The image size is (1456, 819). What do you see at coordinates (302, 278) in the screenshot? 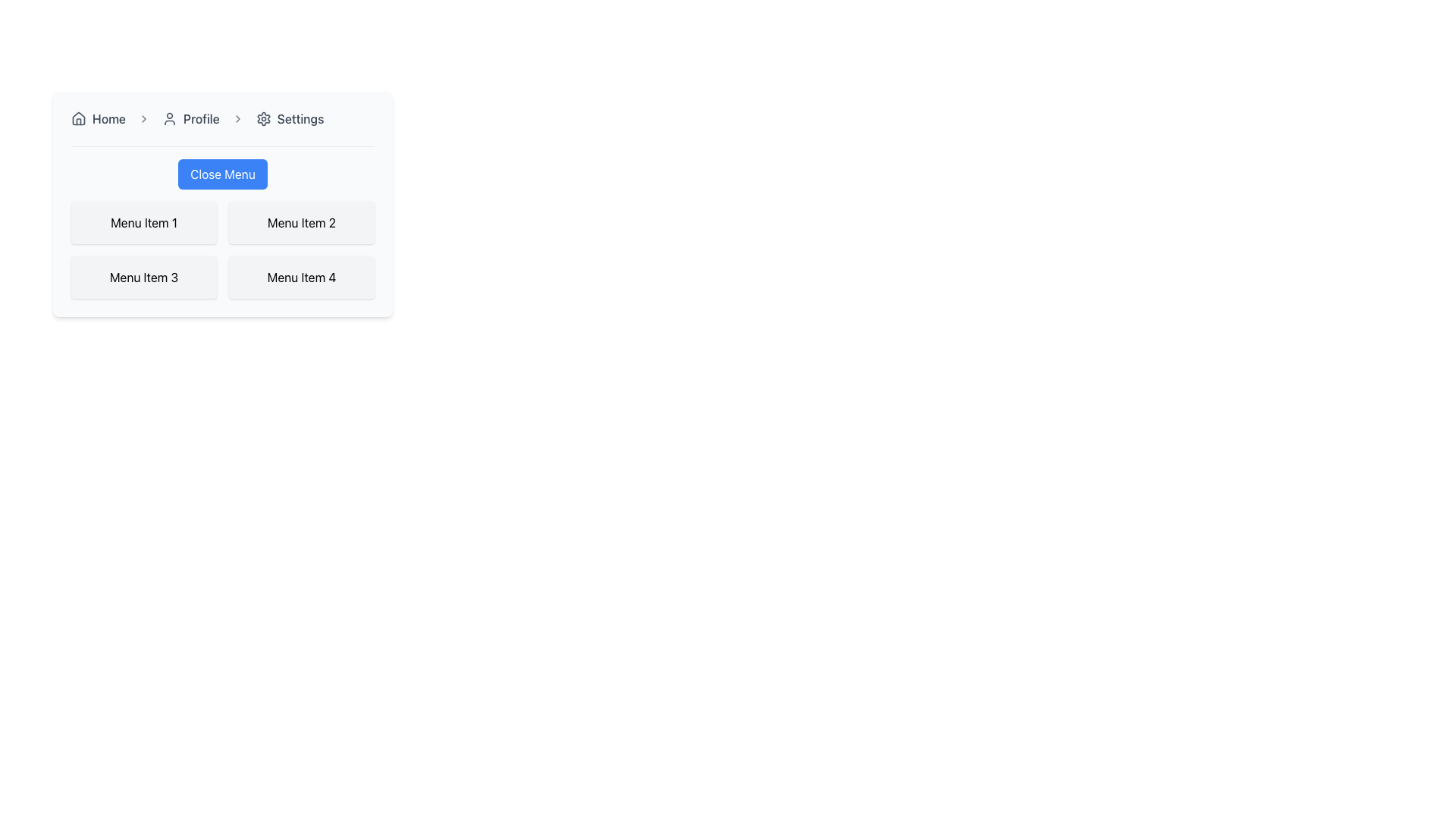
I see `the fourth static display card in the navigation menu, located in the bottom-right quadrant of the grid` at bounding box center [302, 278].